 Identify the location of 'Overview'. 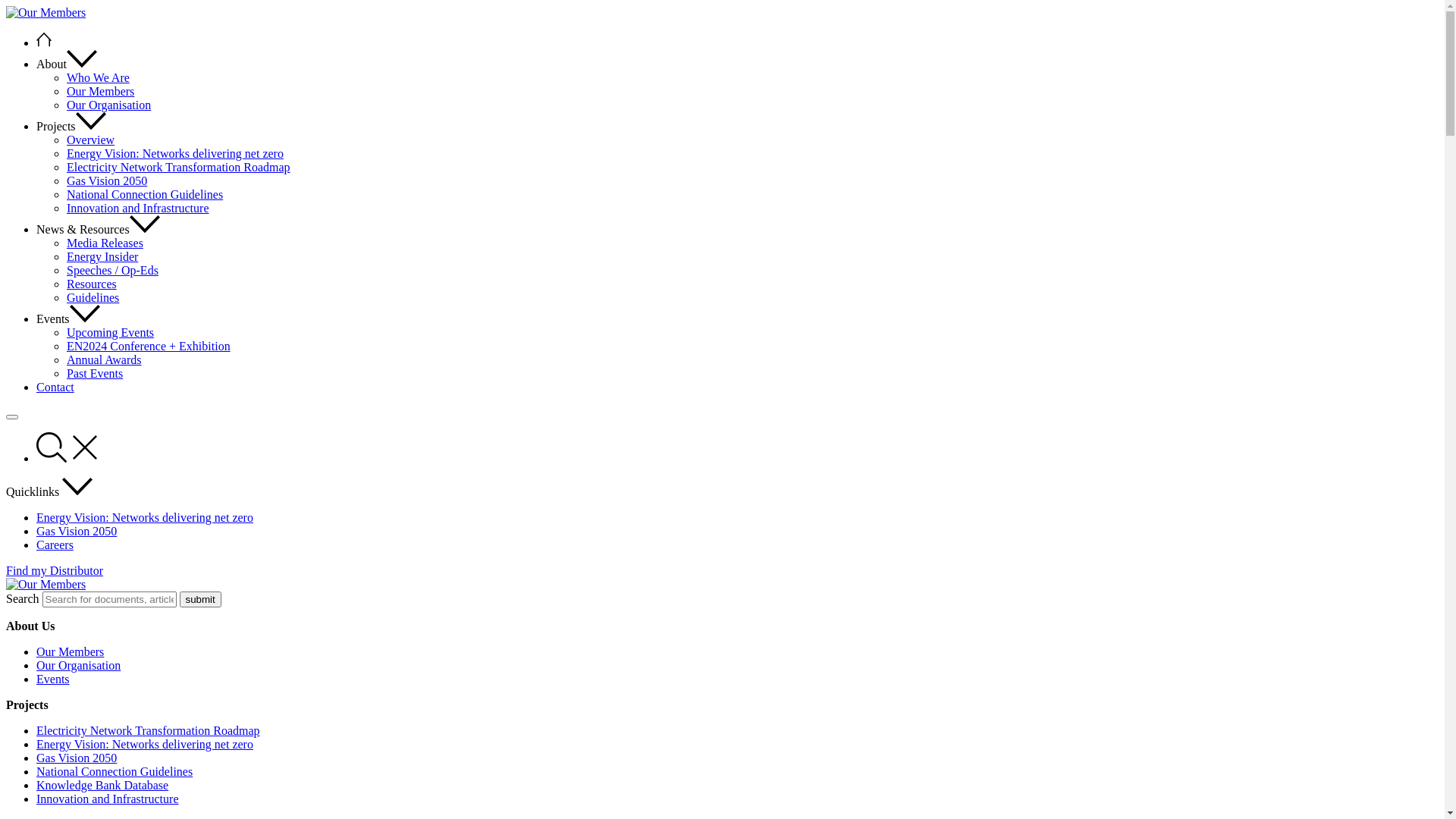
(89, 140).